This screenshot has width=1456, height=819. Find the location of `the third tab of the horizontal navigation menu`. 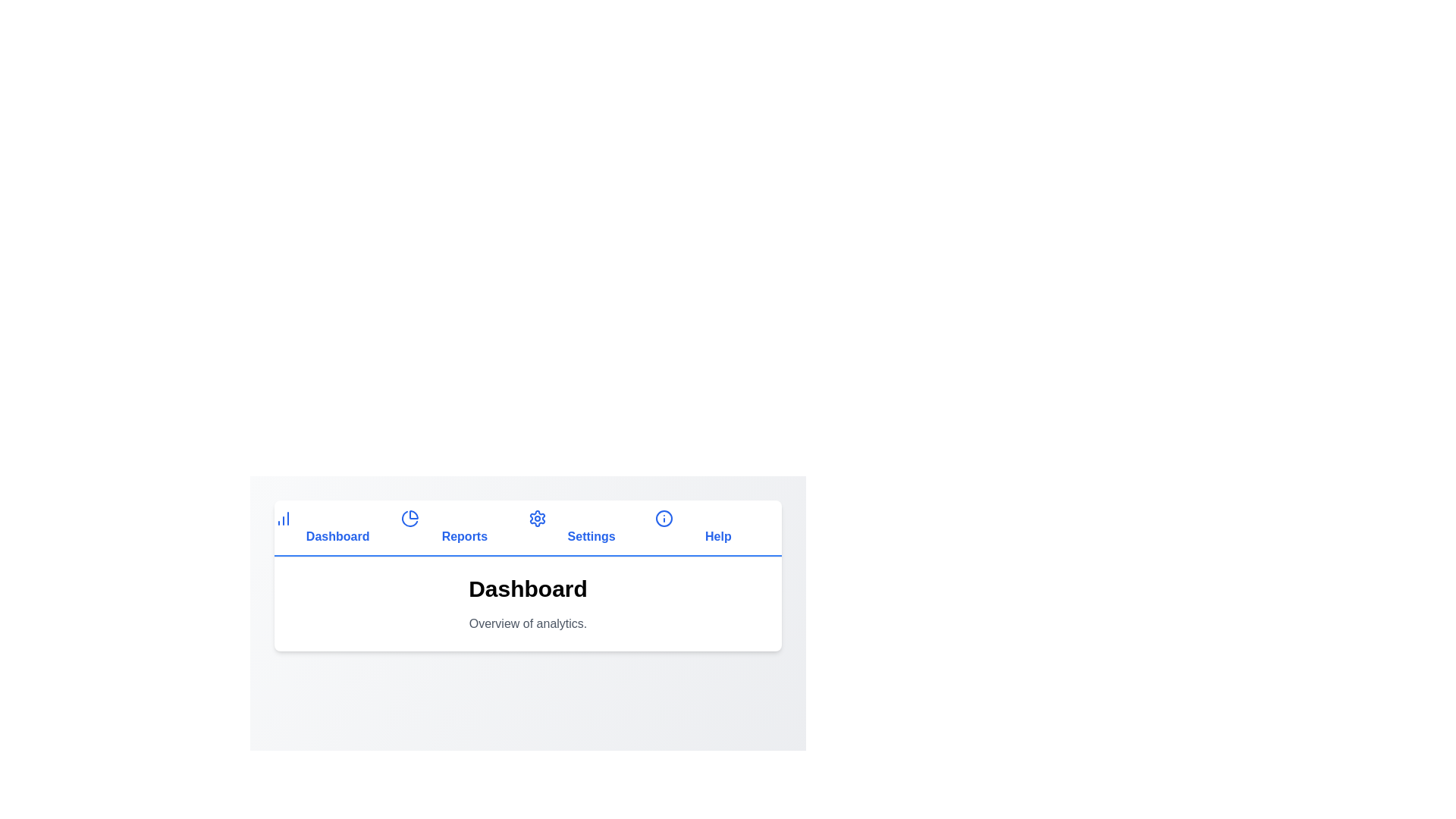

the third tab of the horizontal navigation menu is located at coordinates (591, 528).